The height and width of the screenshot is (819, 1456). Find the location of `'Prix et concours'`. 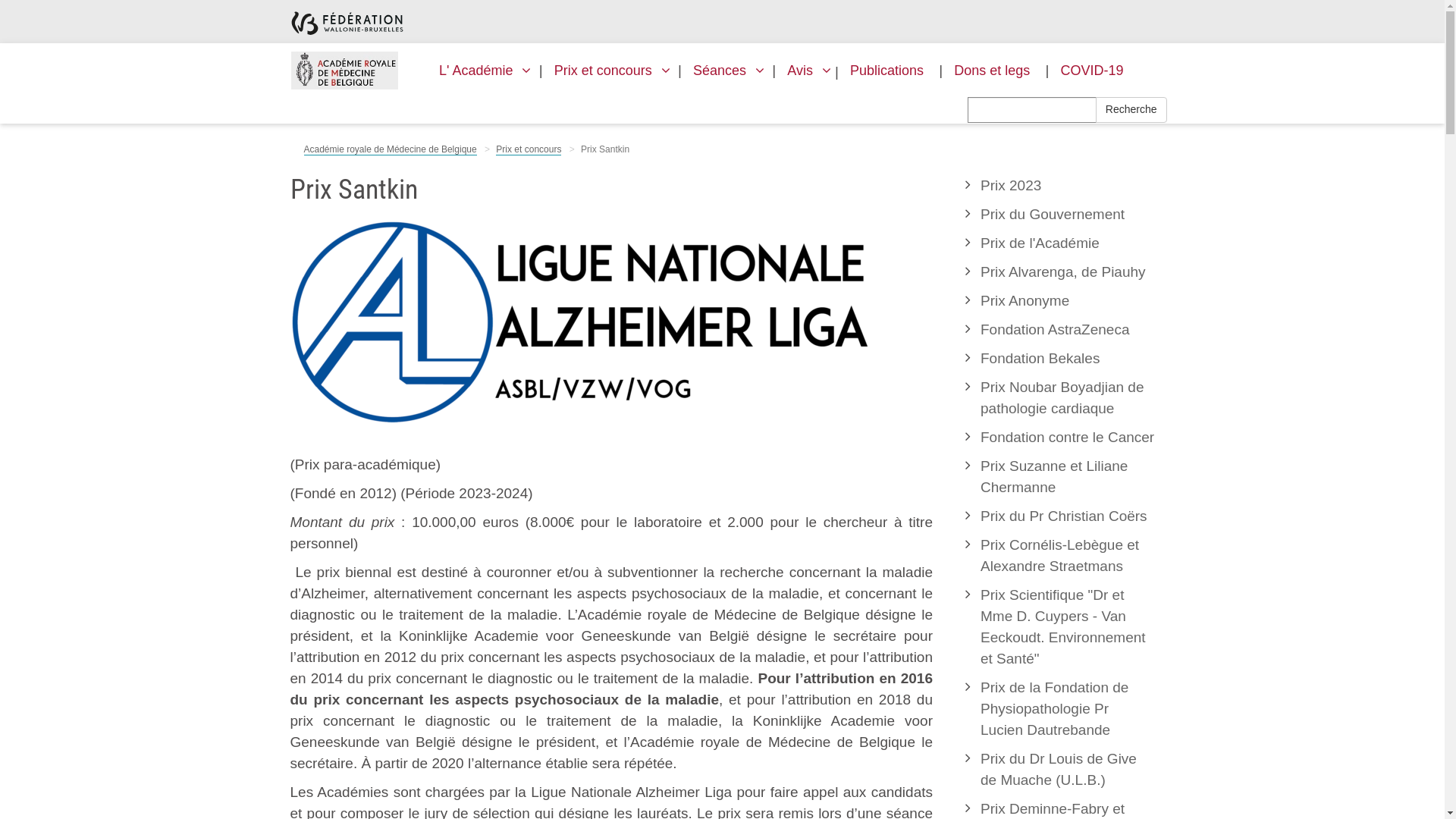

'Prix et concours' is located at coordinates (528, 149).